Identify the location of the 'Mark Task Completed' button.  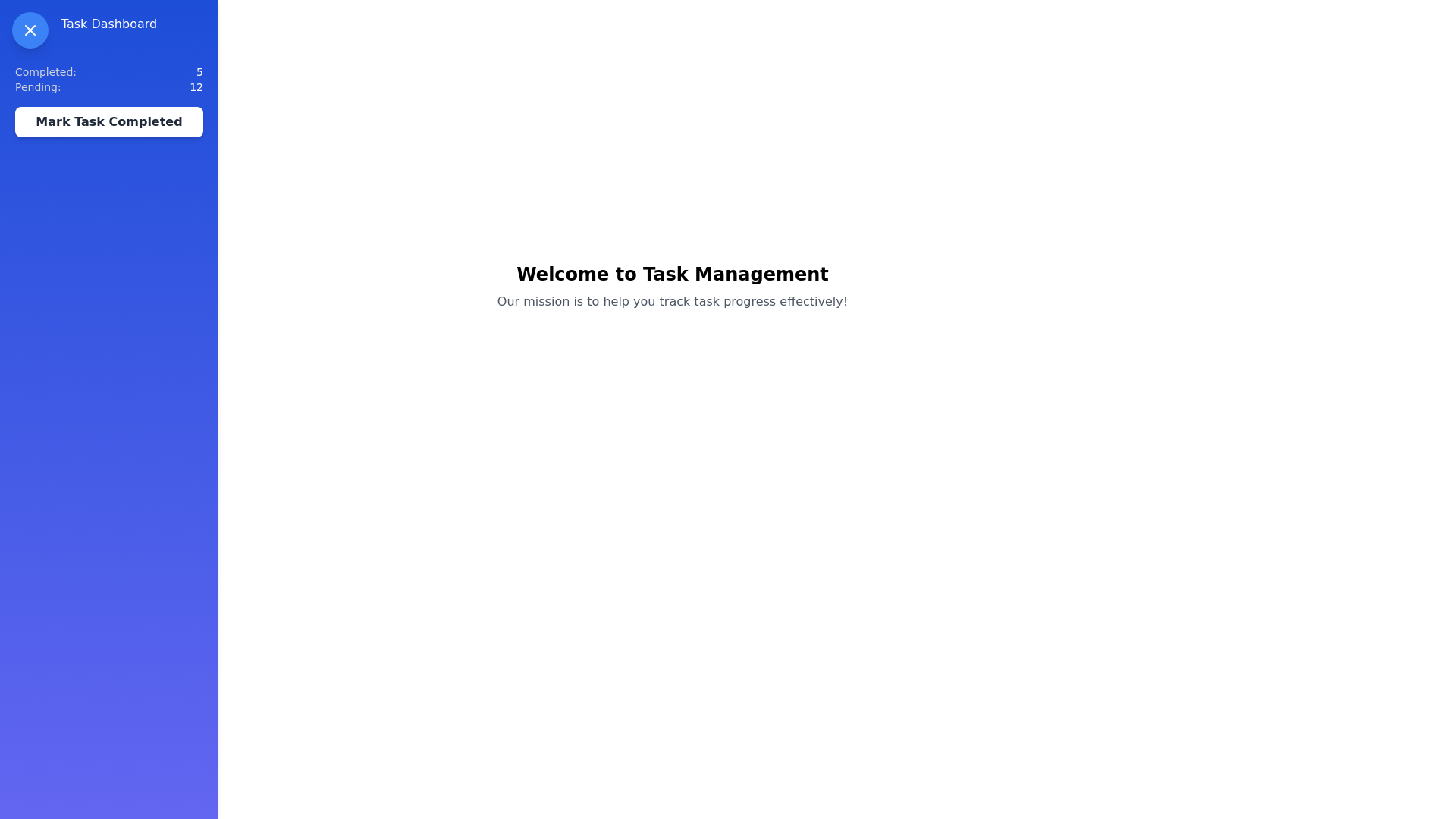
(108, 121).